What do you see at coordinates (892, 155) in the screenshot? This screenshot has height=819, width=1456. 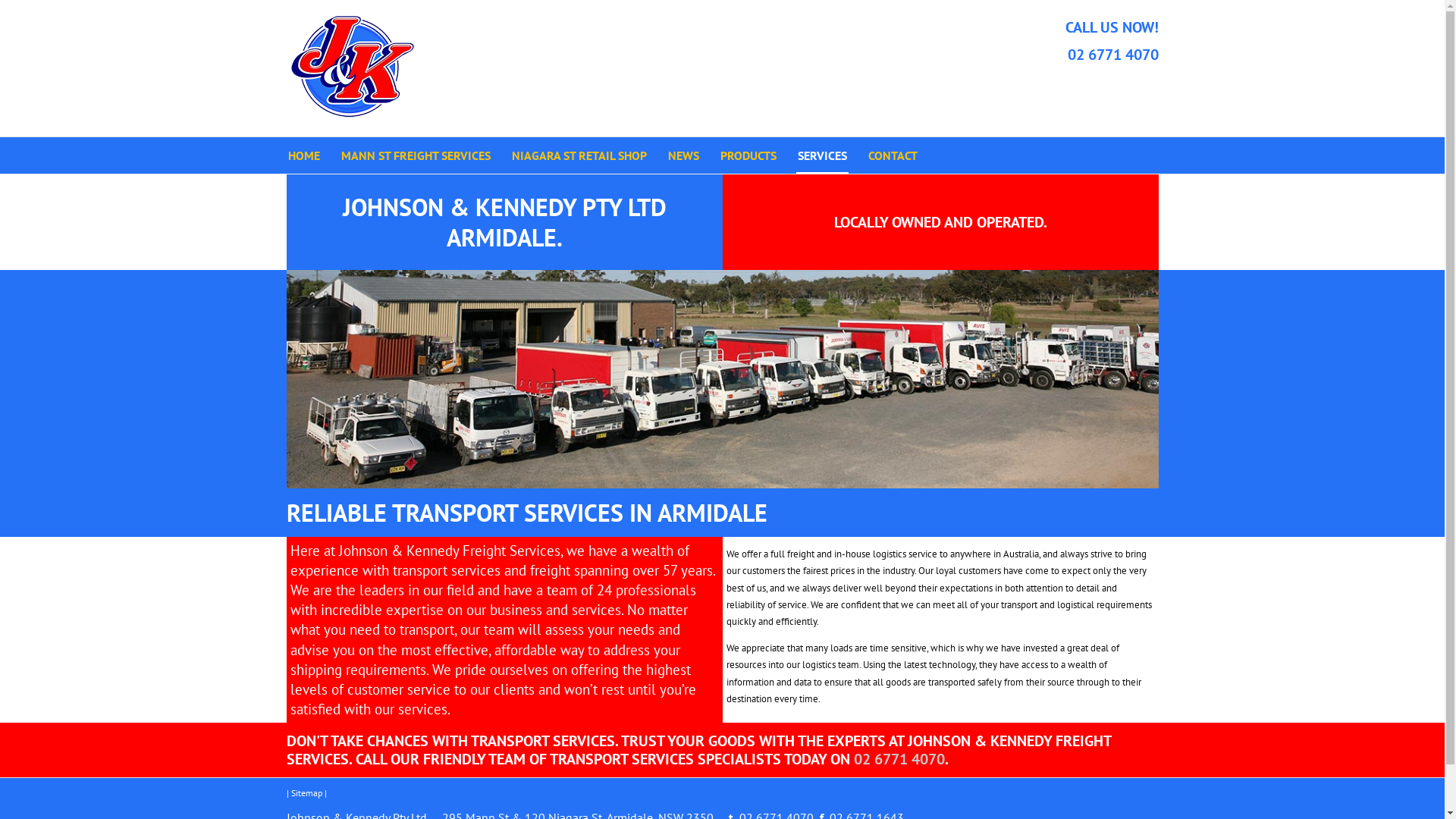 I see `'CONTACT'` at bounding box center [892, 155].